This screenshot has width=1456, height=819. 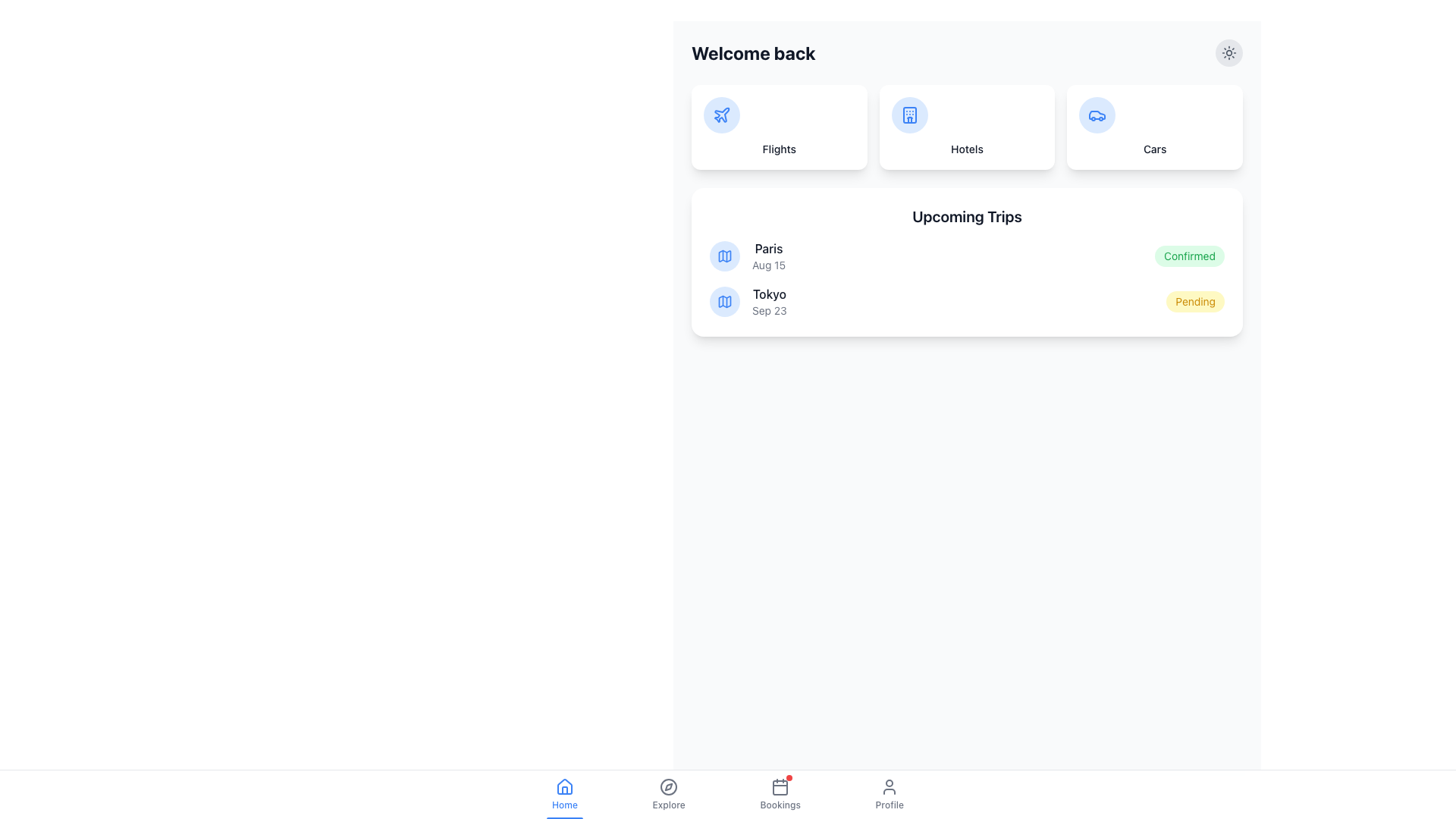 What do you see at coordinates (720, 114) in the screenshot?
I see `the 'Flights' icon button located in the upper-left part of the dashboard` at bounding box center [720, 114].